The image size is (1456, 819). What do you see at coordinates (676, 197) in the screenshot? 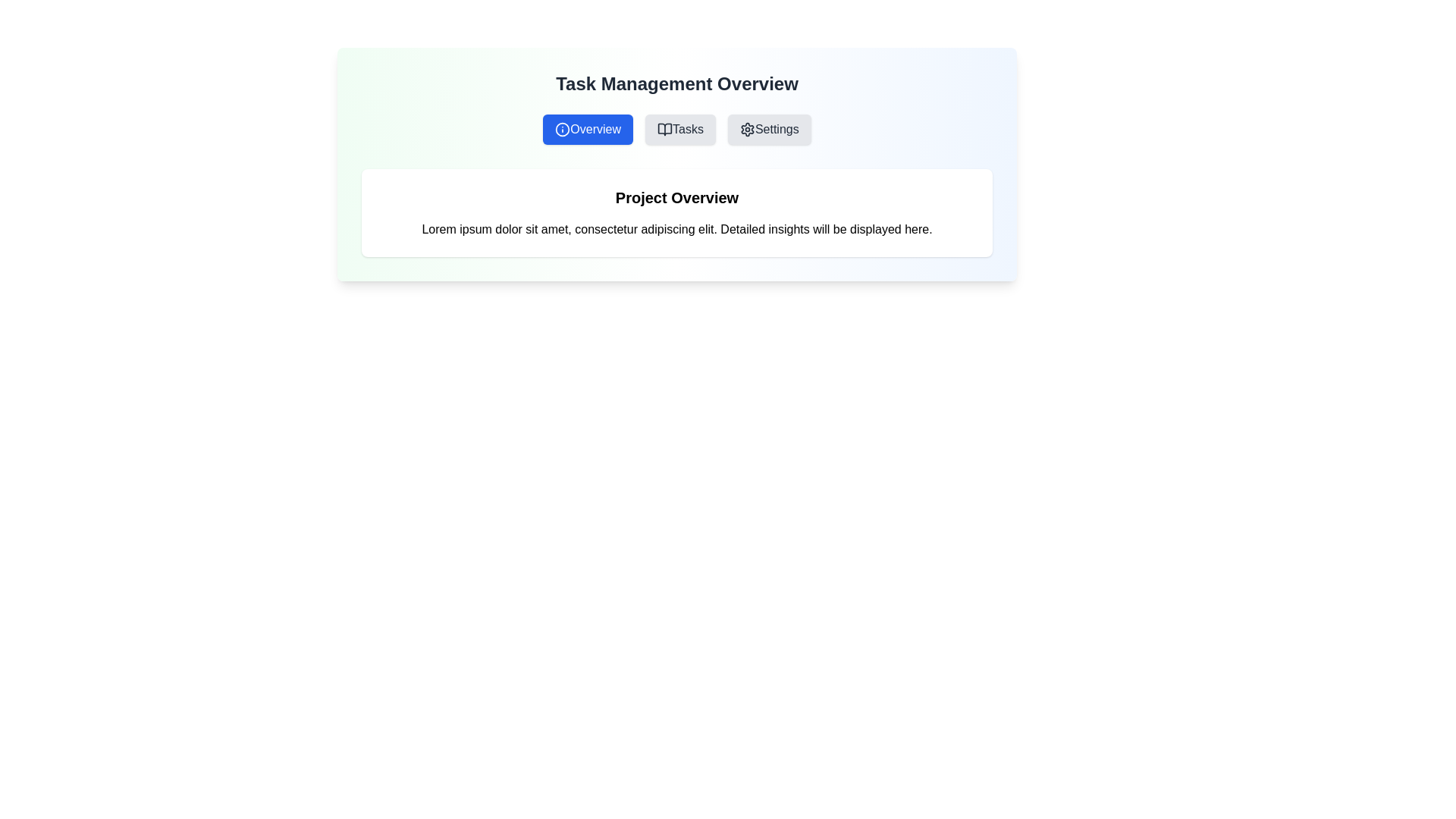
I see `the text heading element displaying 'Project Overview', which is prominently styled and located in the upper third of the interface` at bounding box center [676, 197].